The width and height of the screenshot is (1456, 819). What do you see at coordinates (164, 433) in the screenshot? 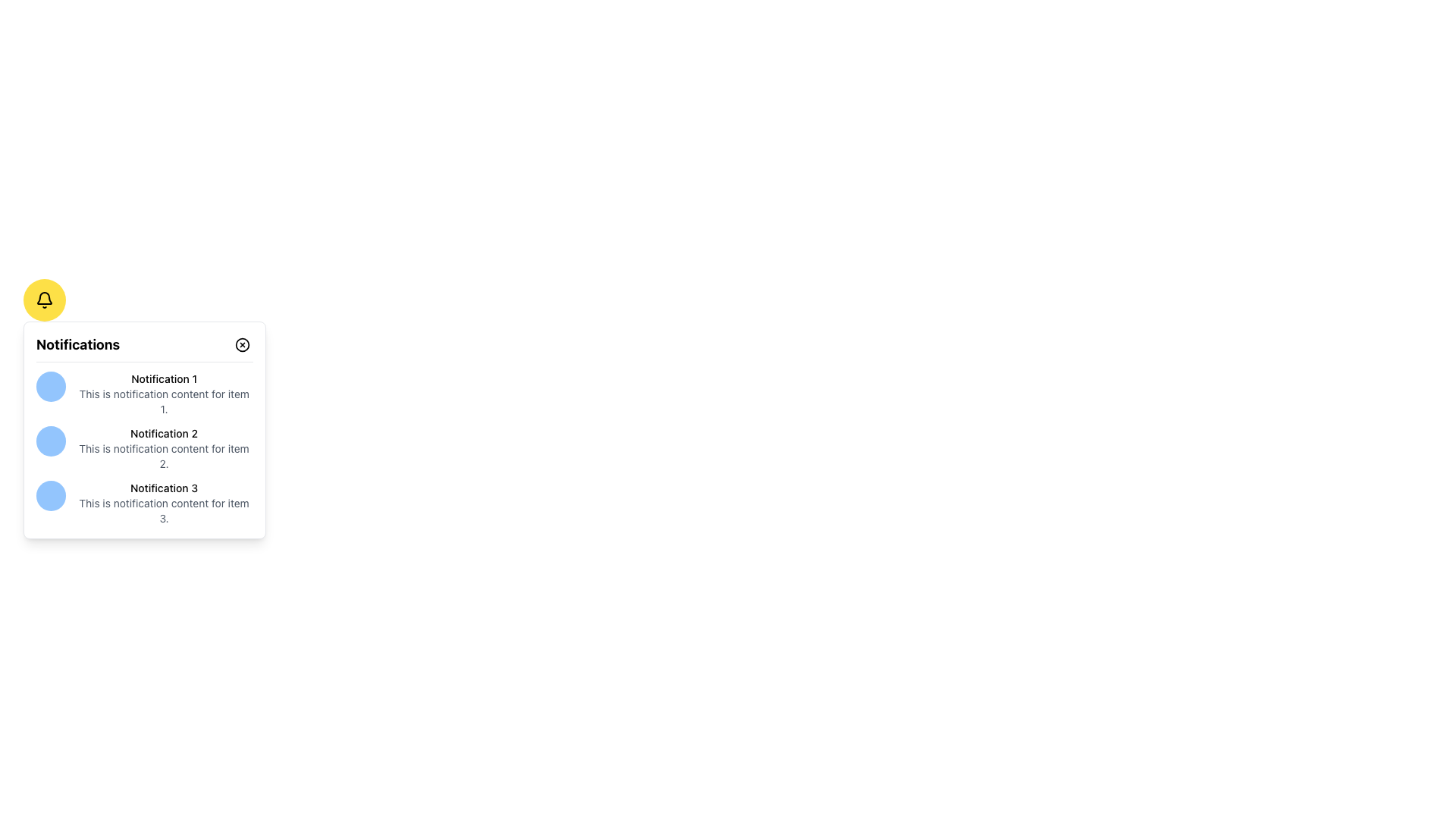
I see `the 'Notification 2' text label located in the second notification item of the notification list` at bounding box center [164, 433].